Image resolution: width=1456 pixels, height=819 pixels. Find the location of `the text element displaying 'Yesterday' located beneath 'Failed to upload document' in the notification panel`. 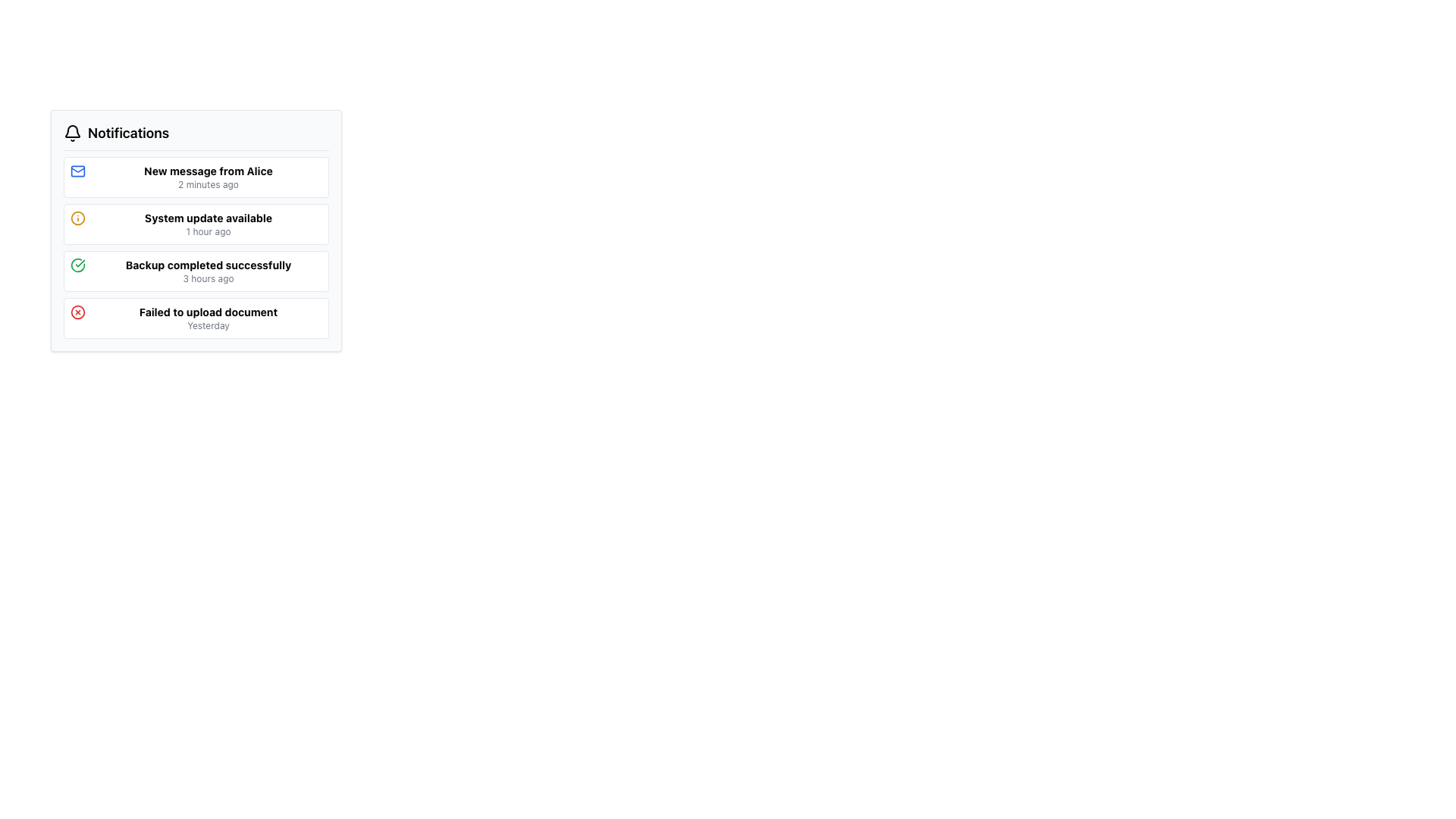

the text element displaying 'Yesterday' located beneath 'Failed to upload document' in the notification panel is located at coordinates (207, 325).